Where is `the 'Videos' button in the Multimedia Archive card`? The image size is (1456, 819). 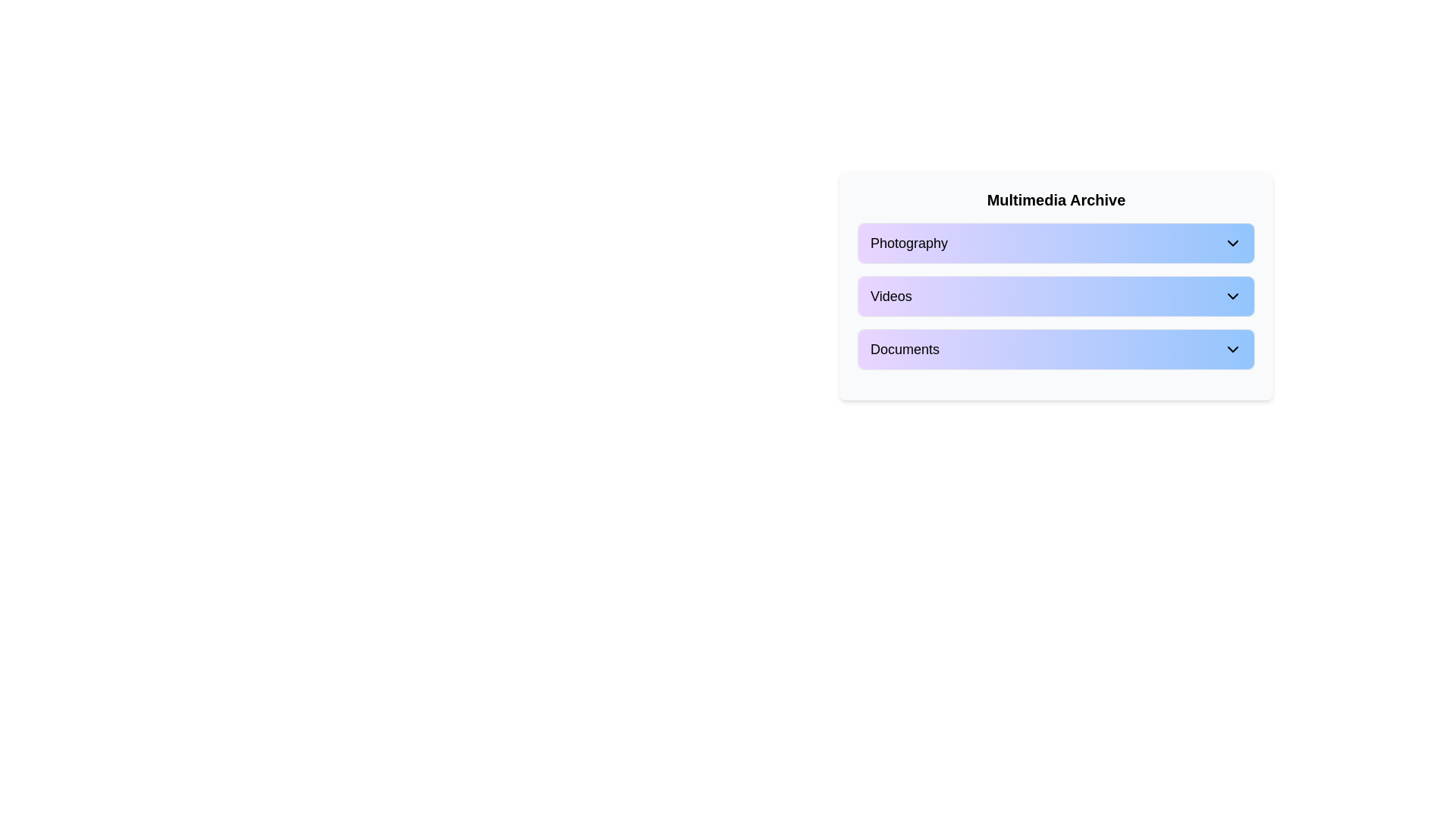 the 'Videos' button in the Multimedia Archive card is located at coordinates (1055, 288).